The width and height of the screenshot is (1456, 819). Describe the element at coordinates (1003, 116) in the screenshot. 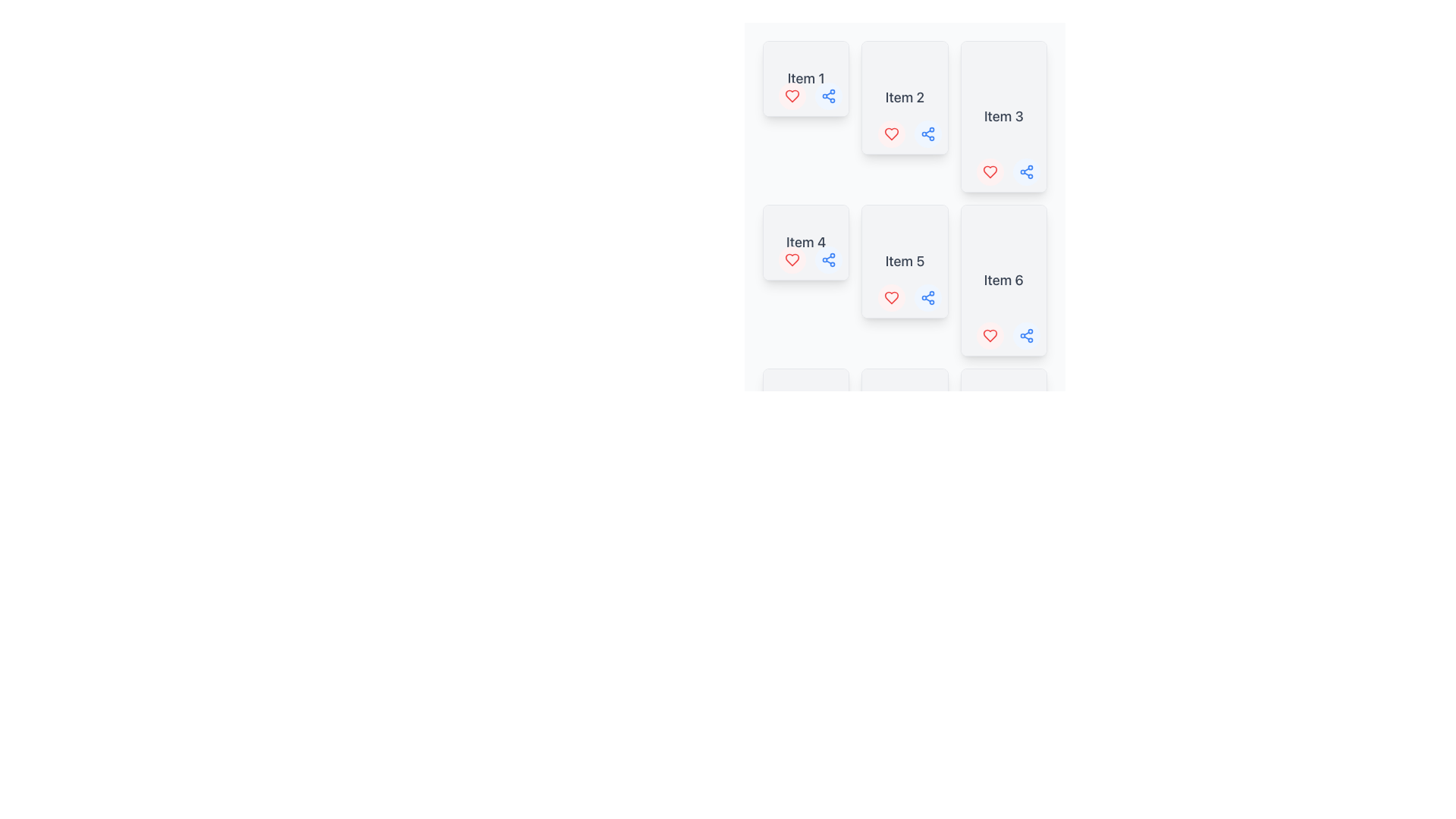

I see `the 'Item 3' card located` at that location.